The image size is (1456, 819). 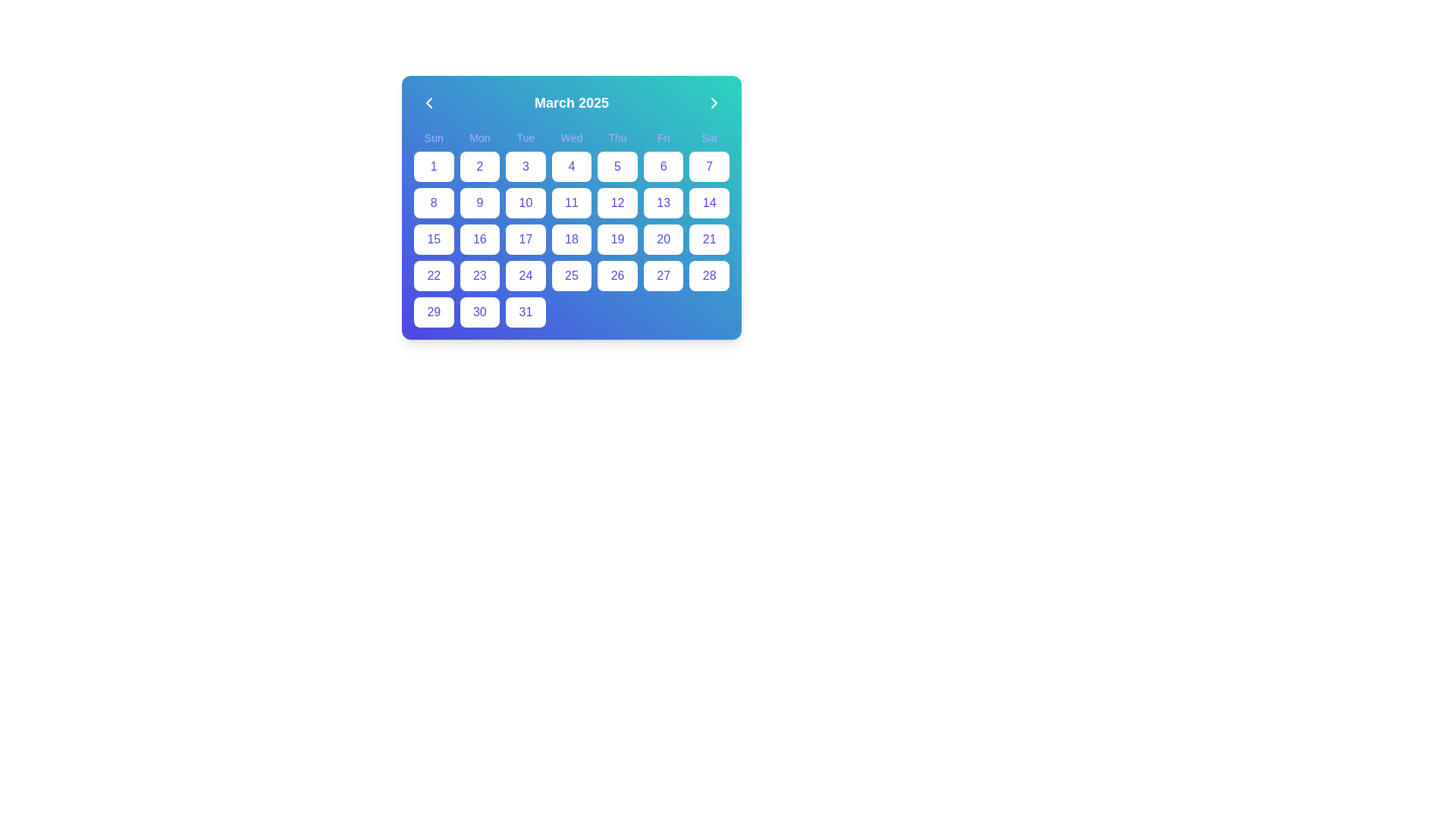 What do you see at coordinates (617, 275) in the screenshot?
I see `the selectable day button for the date 26, located in the fifth column of the fifth row under the 'Fri' header in the calendar interface` at bounding box center [617, 275].